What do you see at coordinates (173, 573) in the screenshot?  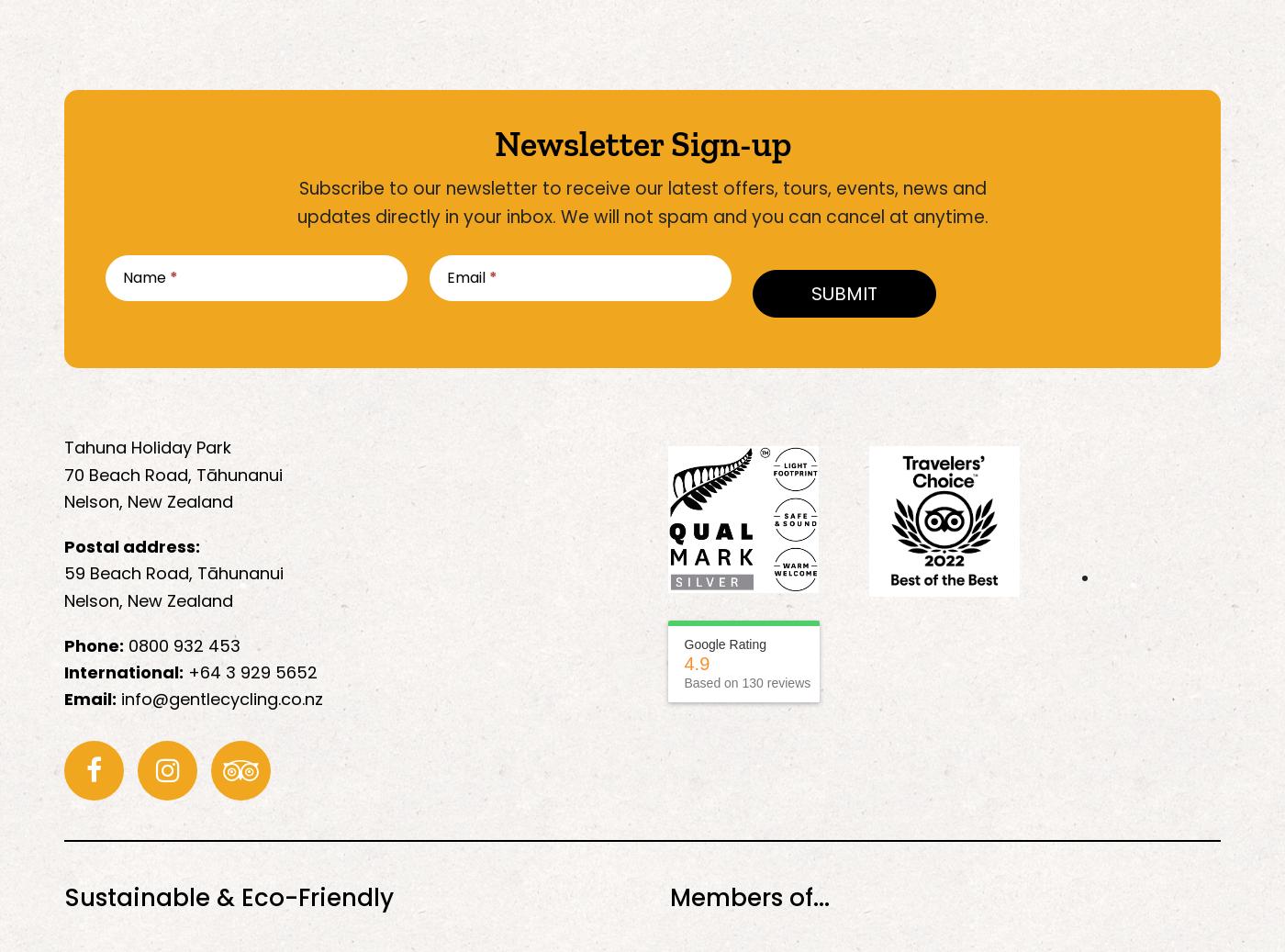 I see `'59 Beach Road, Tāhunanui'` at bounding box center [173, 573].